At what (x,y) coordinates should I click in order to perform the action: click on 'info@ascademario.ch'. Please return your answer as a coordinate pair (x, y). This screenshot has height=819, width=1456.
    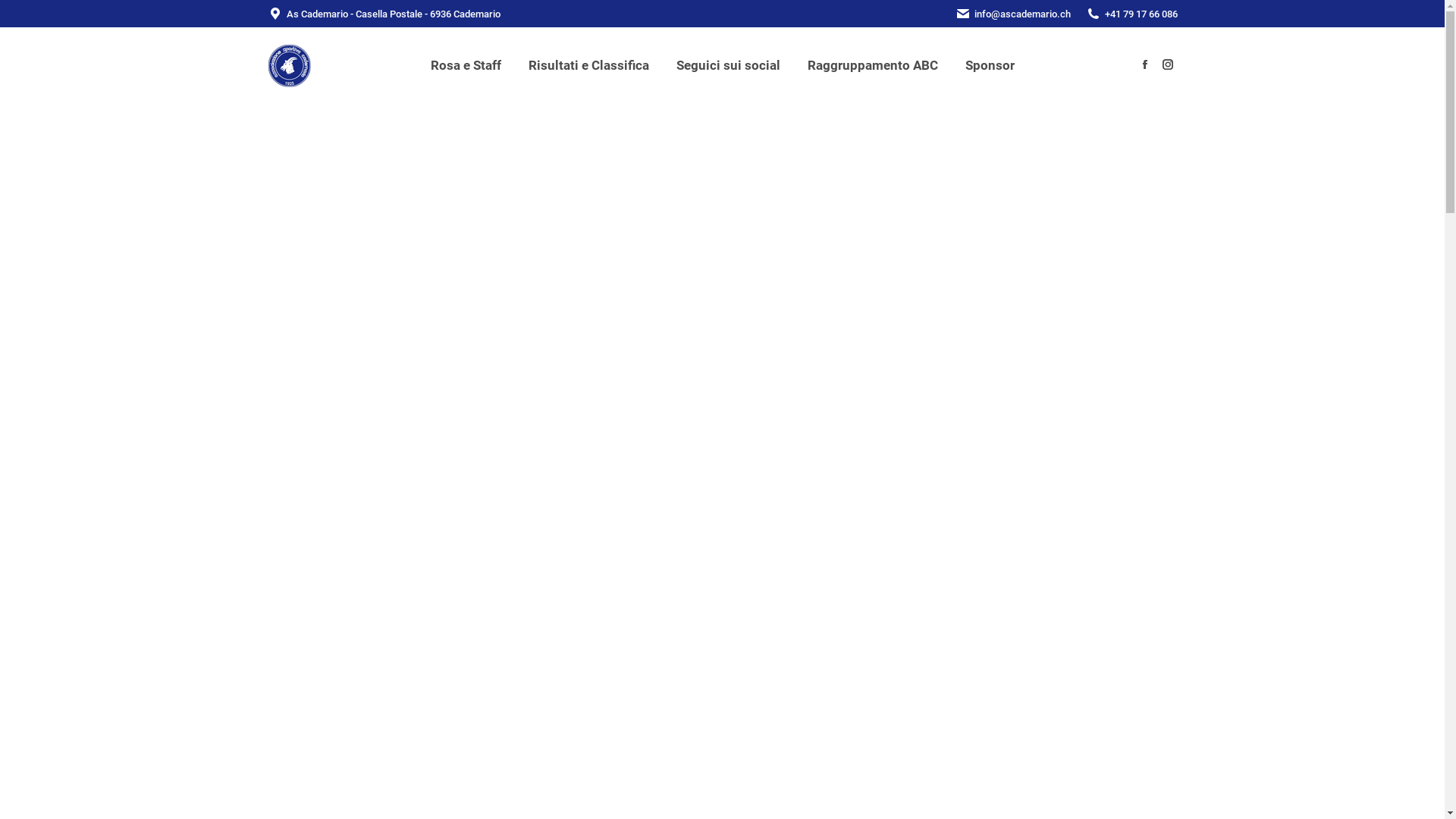
    Looking at the image, I should click on (1021, 13).